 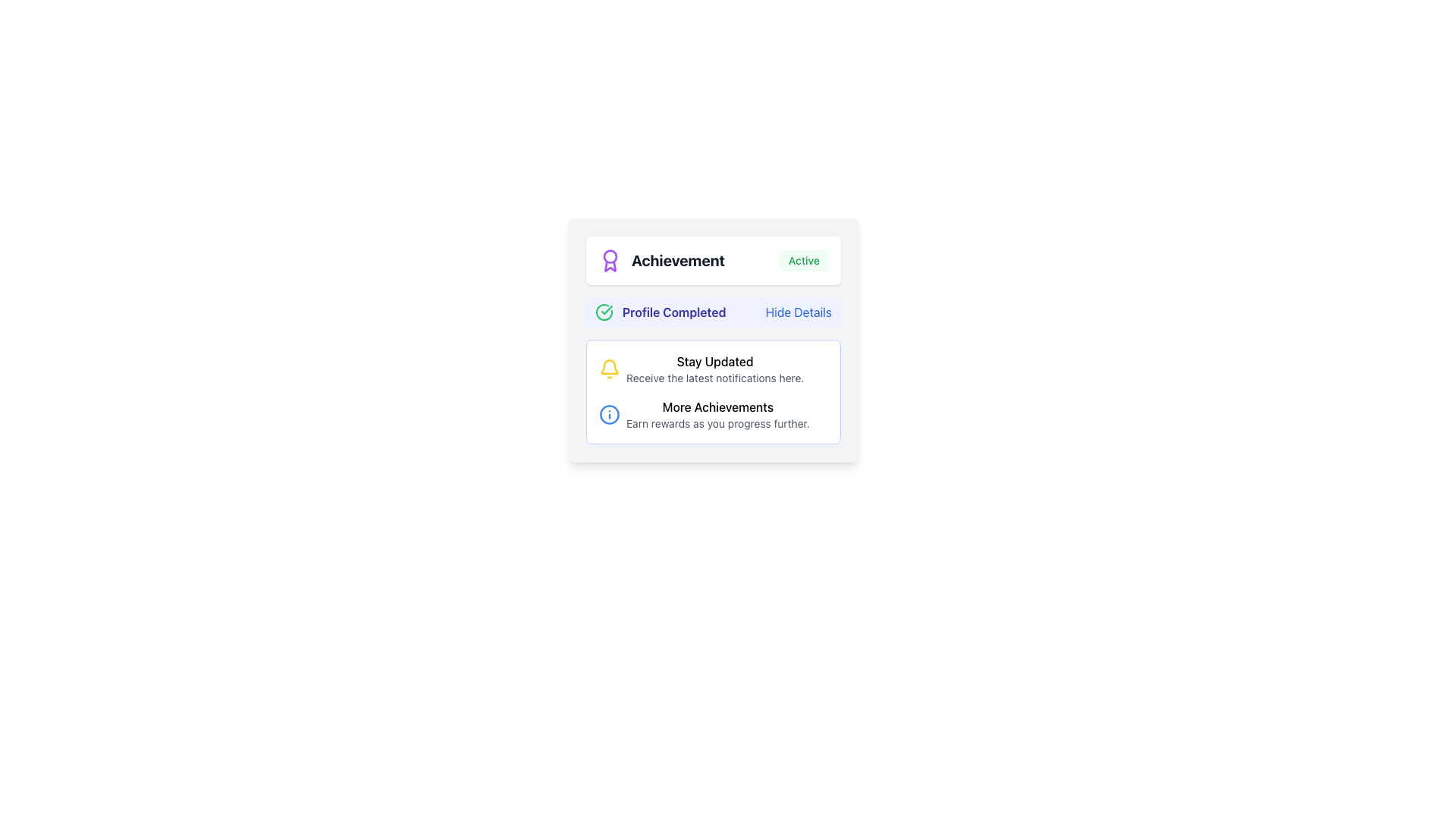 I want to click on the notification icon located in the top section of the notification panel, leftmost within the 'Stay Updated' line, adjacent to the text 'Stay Updated', so click(x=610, y=369).